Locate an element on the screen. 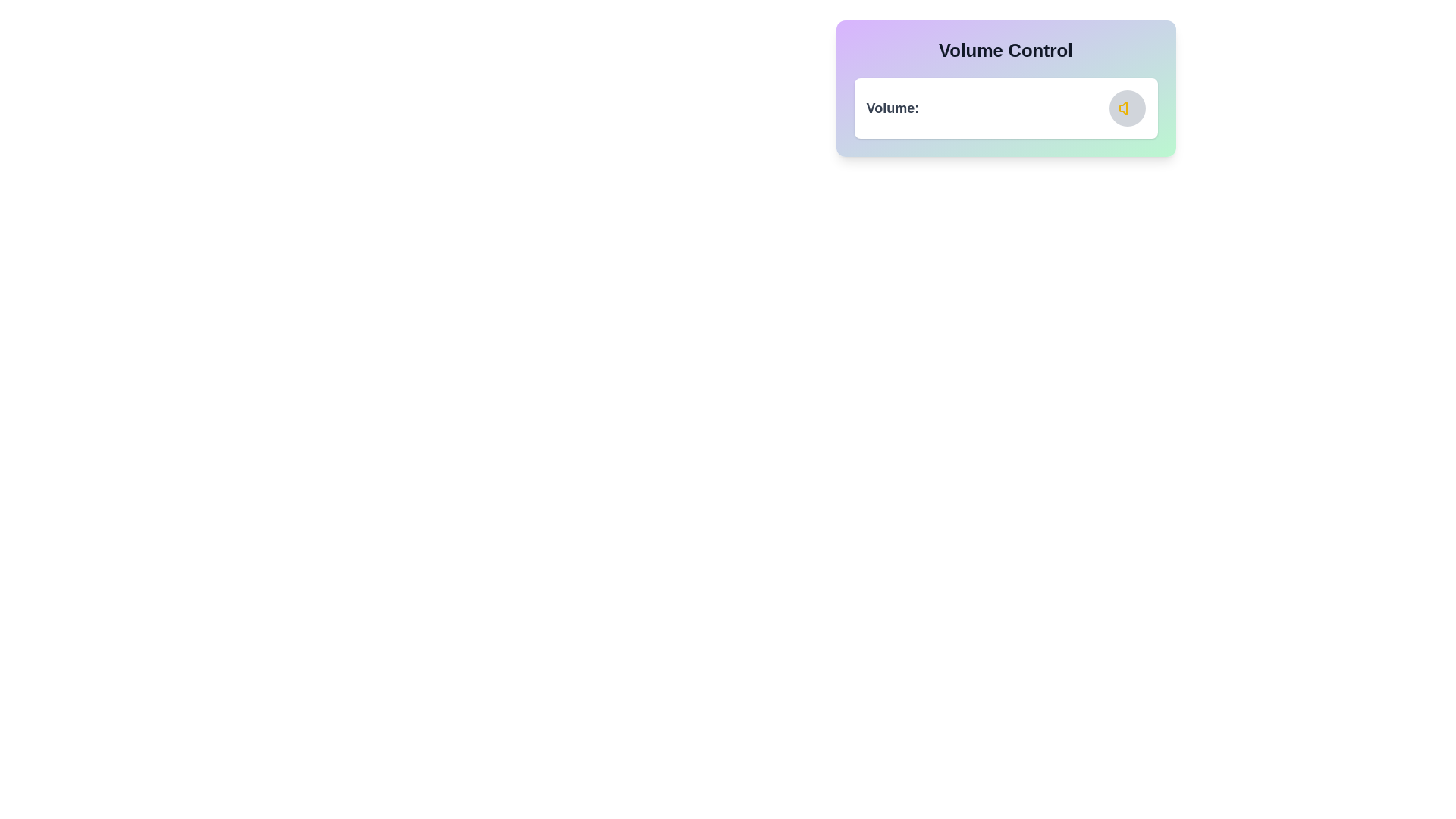  volume button to change the volume state is located at coordinates (1127, 107).